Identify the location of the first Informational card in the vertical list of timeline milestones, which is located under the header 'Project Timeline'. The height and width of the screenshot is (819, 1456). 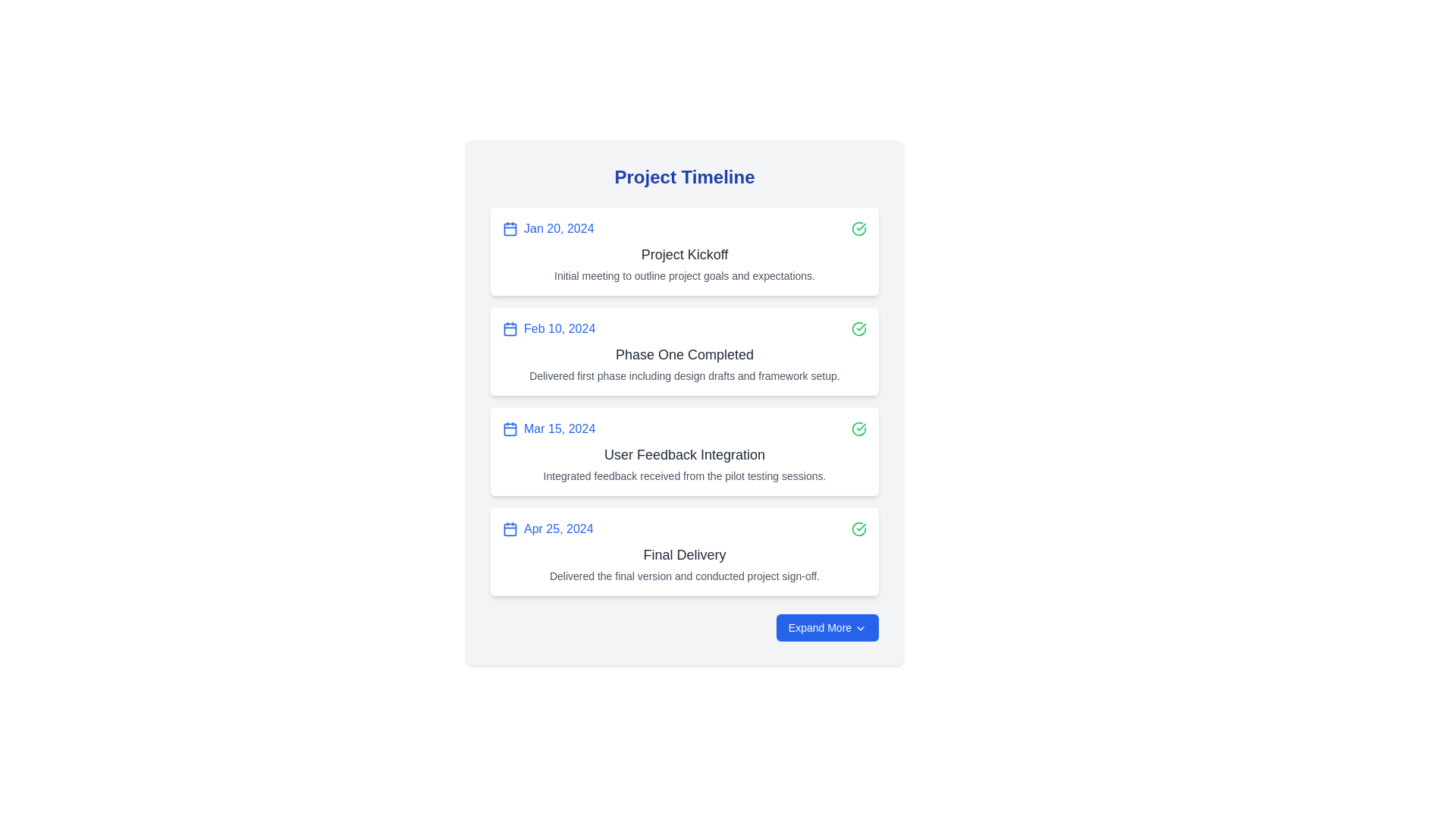
(683, 250).